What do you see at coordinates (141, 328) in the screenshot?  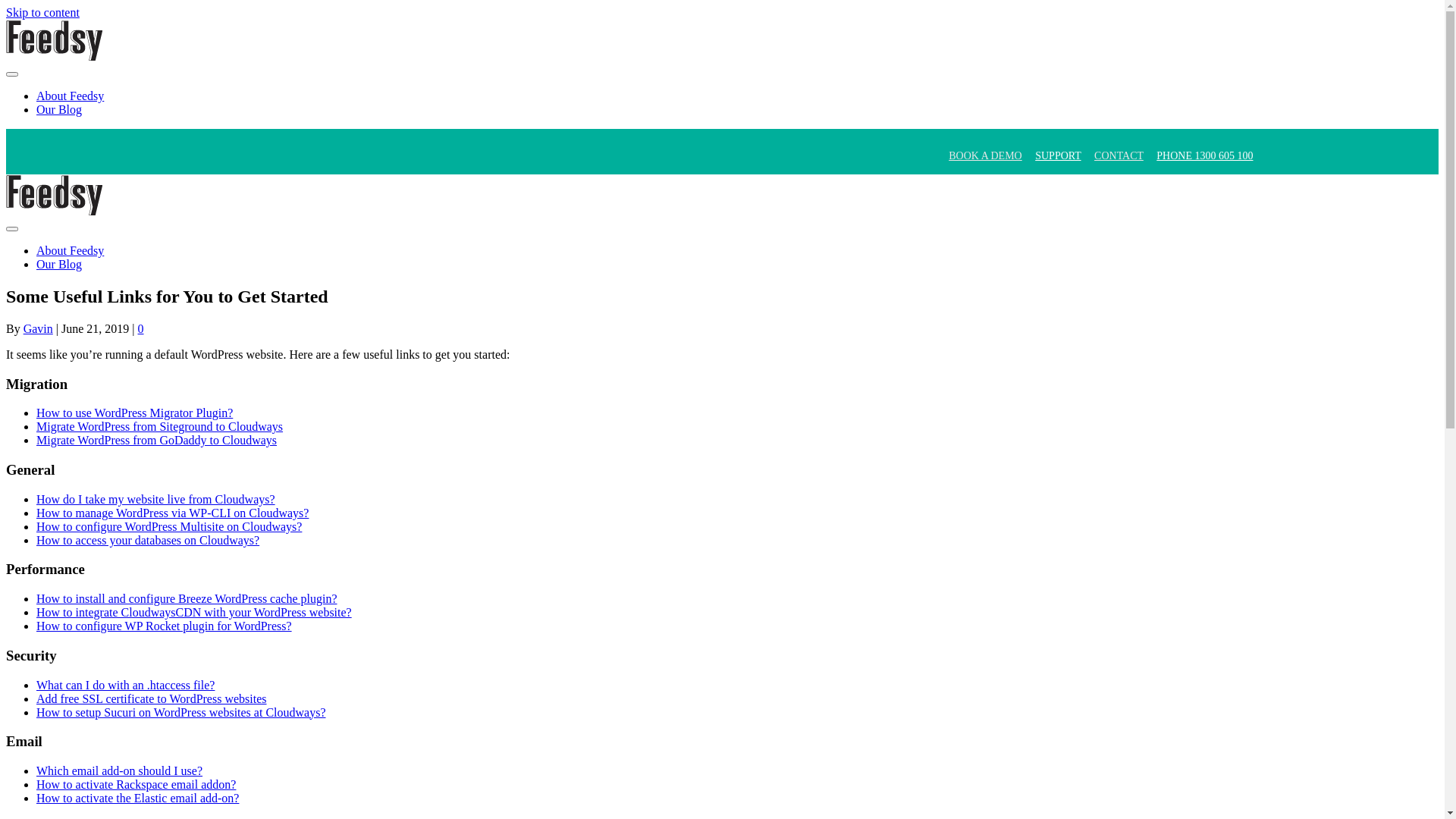 I see `'0'` at bounding box center [141, 328].